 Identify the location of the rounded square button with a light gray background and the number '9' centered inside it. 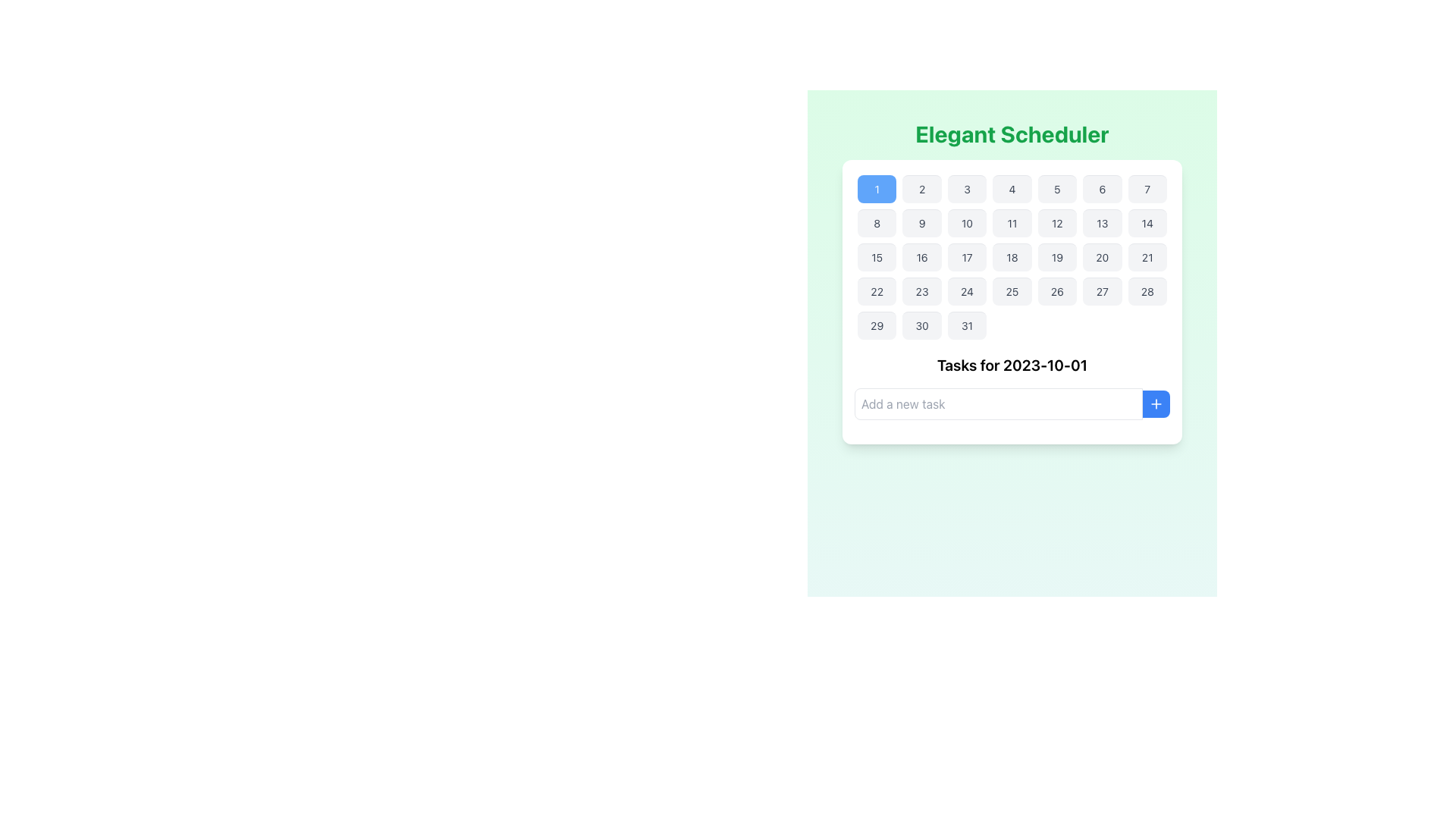
(921, 223).